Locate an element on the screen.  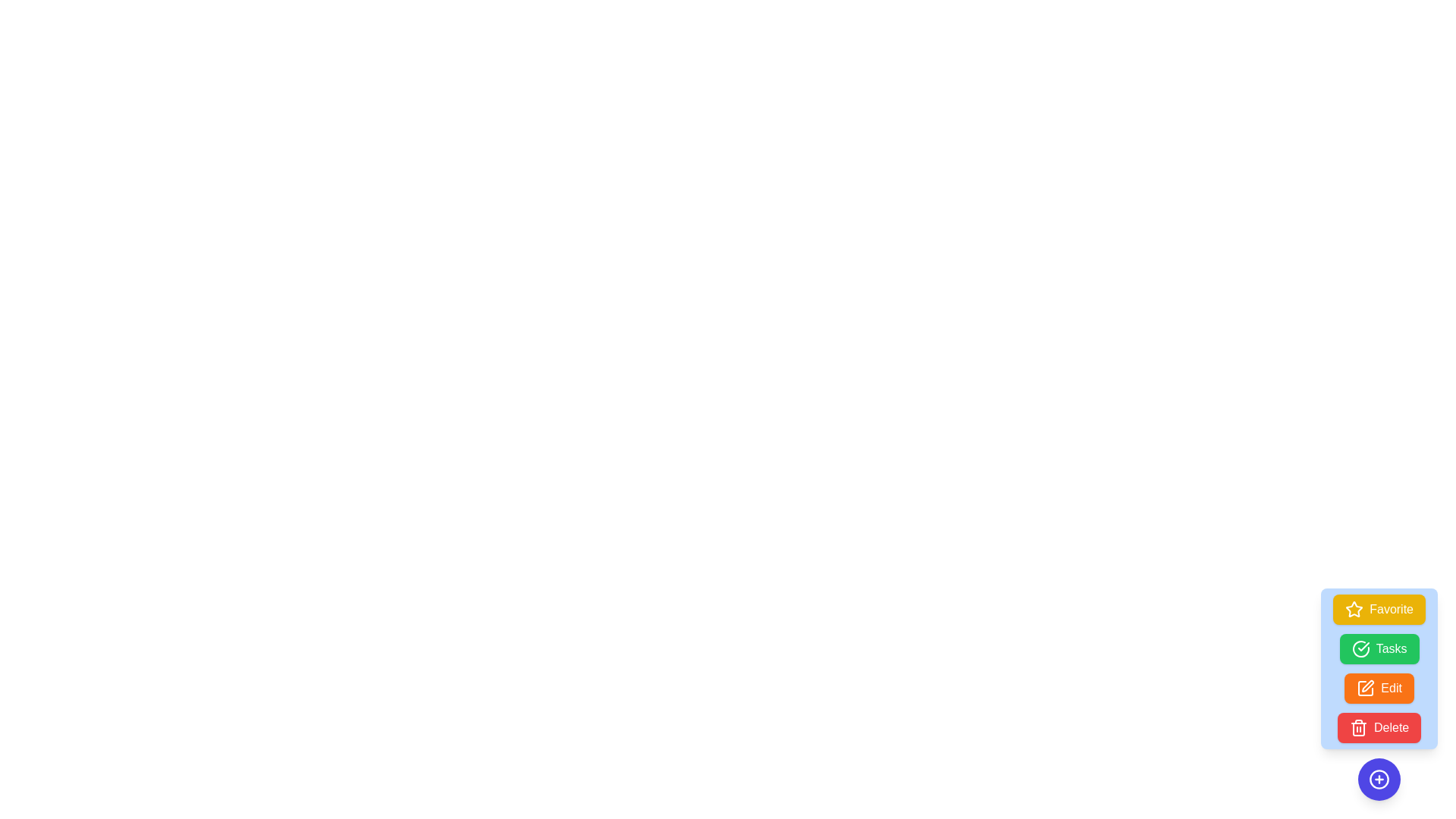
the delete button located at the bottom of the vertical stack on the right side, which is the fourth button in the stack is located at coordinates (1379, 727).